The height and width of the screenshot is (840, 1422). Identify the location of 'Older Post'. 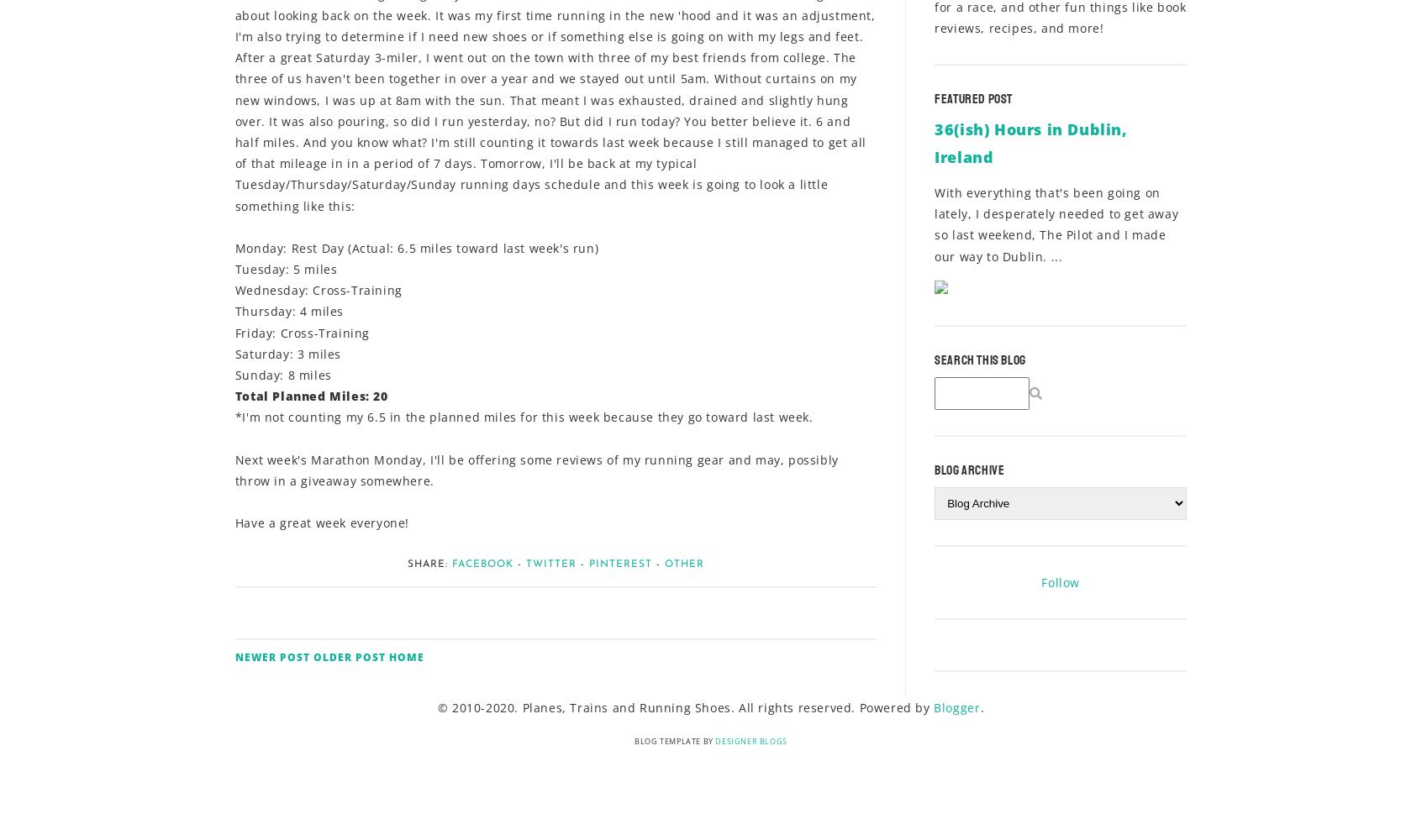
(349, 656).